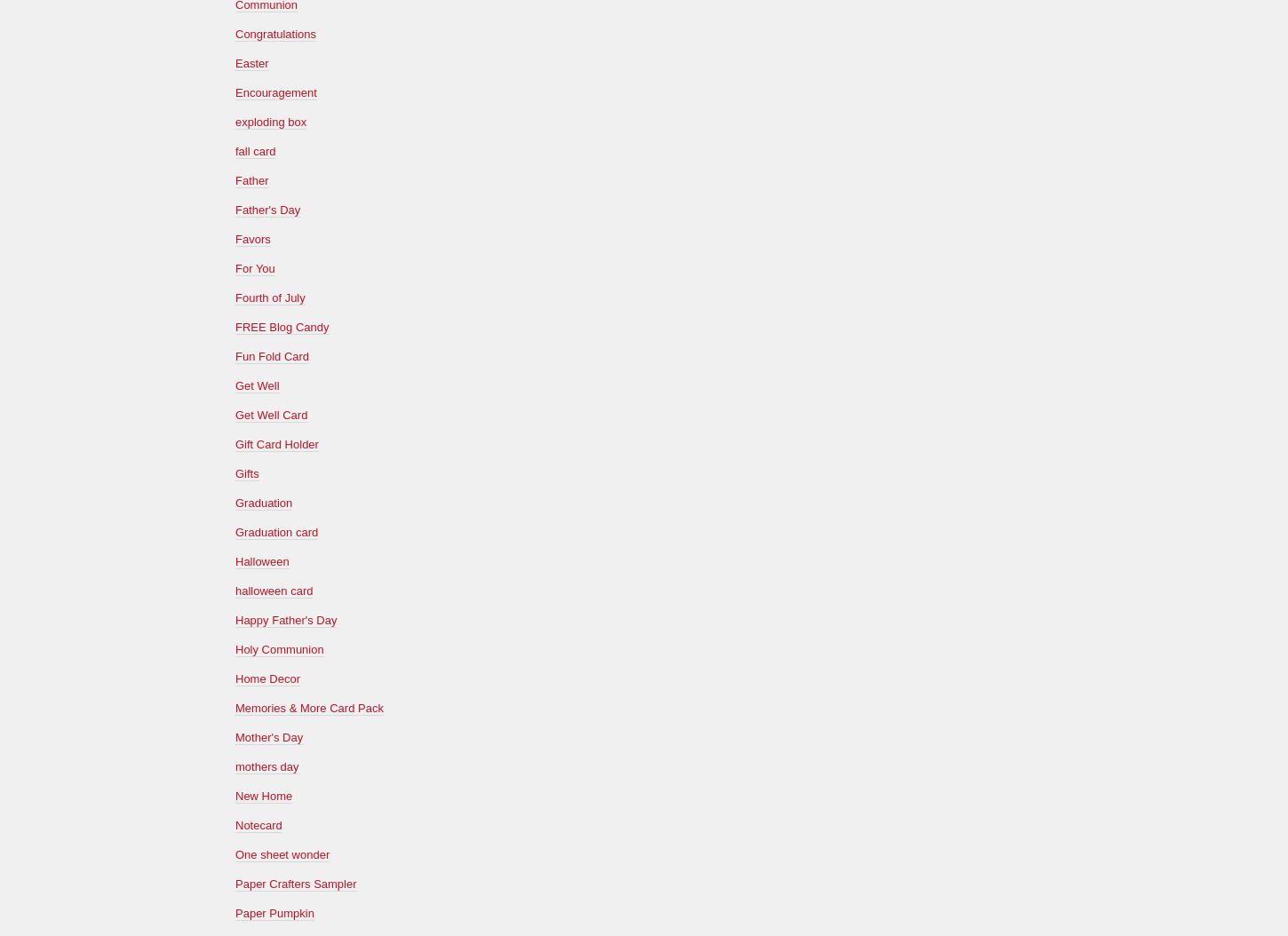  Describe the element at coordinates (255, 149) in the screenshot. I see `'fall card'` at that location.